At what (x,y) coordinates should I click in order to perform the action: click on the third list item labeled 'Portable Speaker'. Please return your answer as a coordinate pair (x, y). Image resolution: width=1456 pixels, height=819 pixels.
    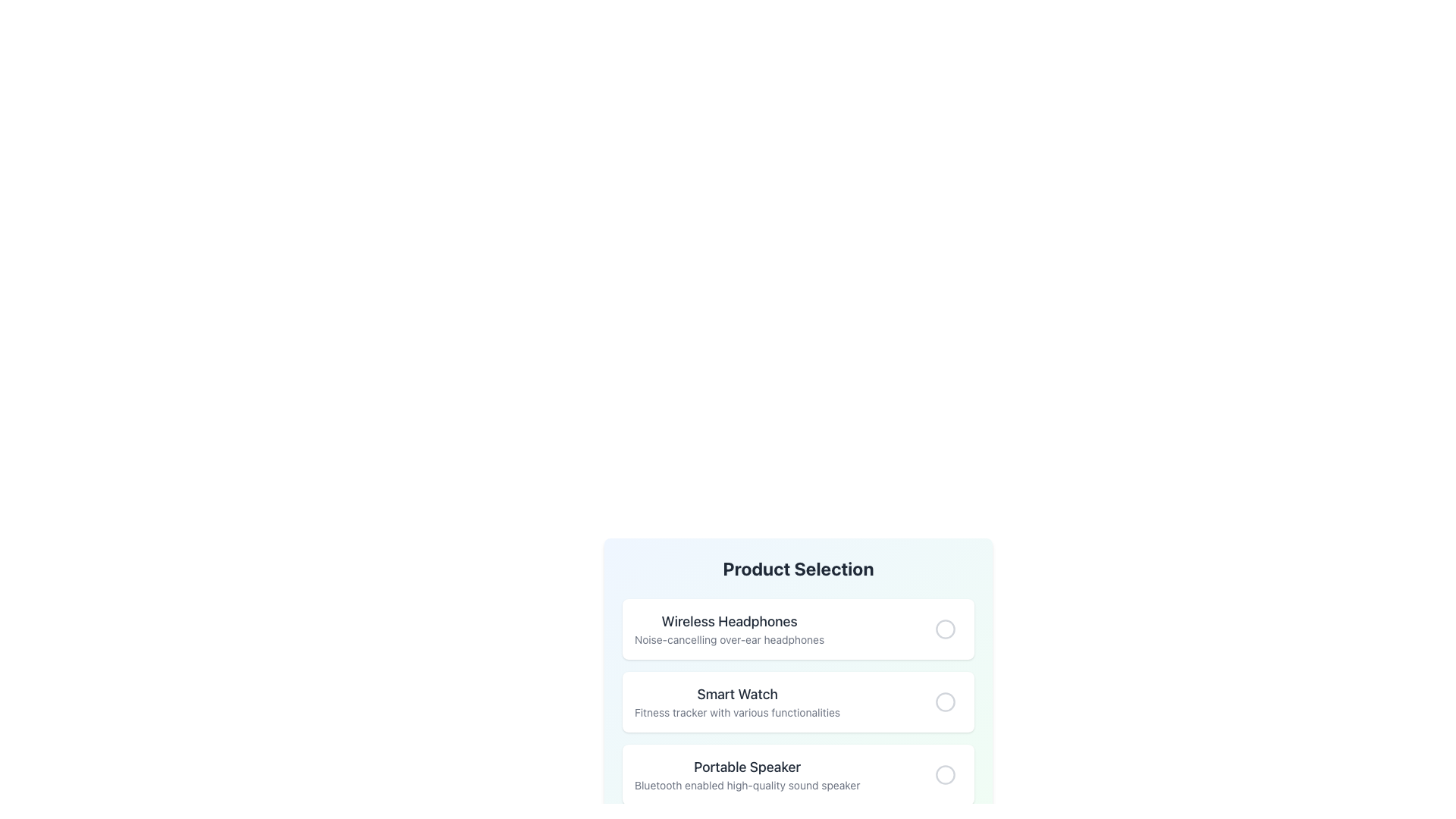
    Looking at the image, I should click on (797, 775).